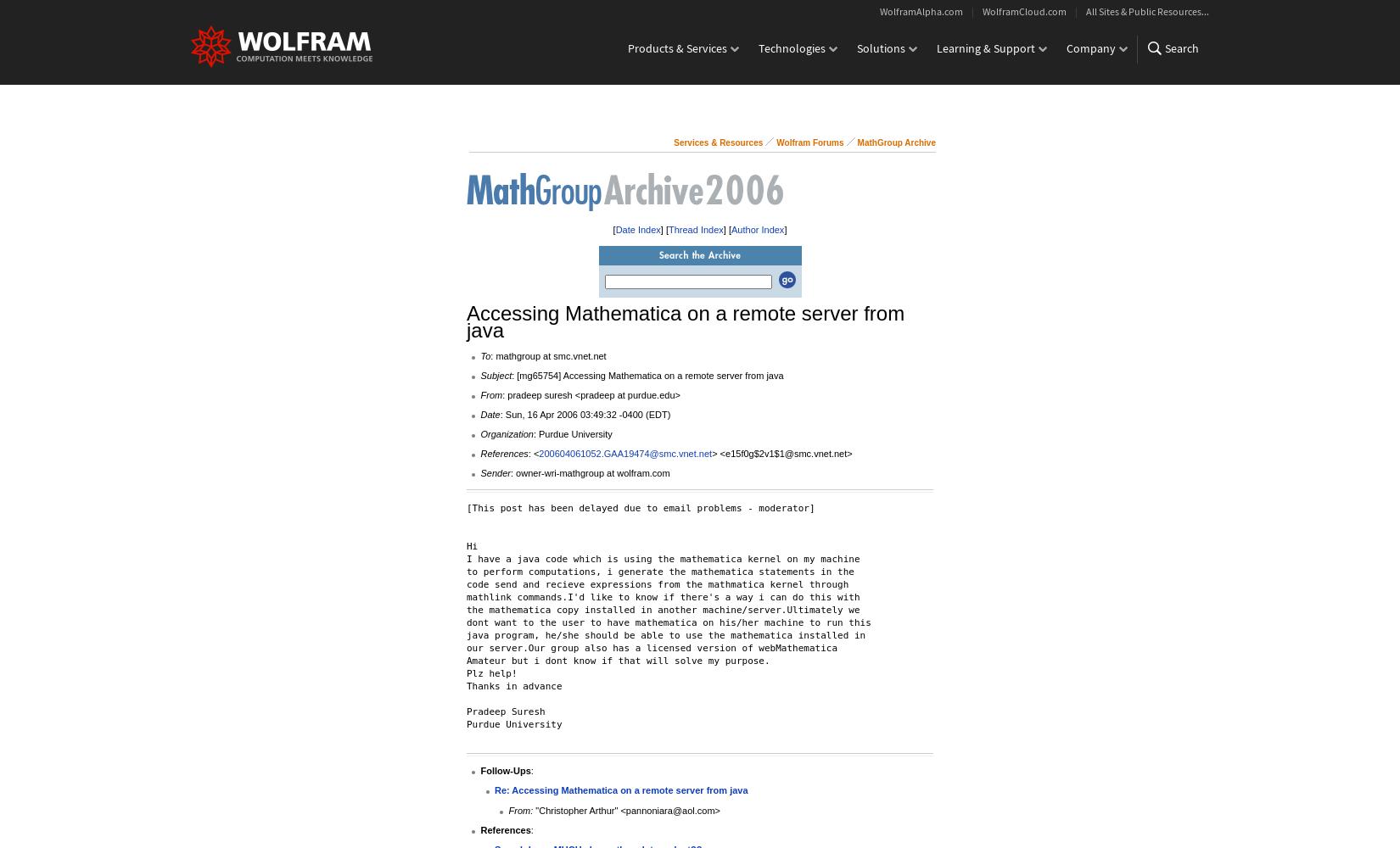 This screenshot has height=848, width=1400. What do you see at coordinates (479, 356) in the screenshot?
I see `'To'` at bounding box center [479, 356].